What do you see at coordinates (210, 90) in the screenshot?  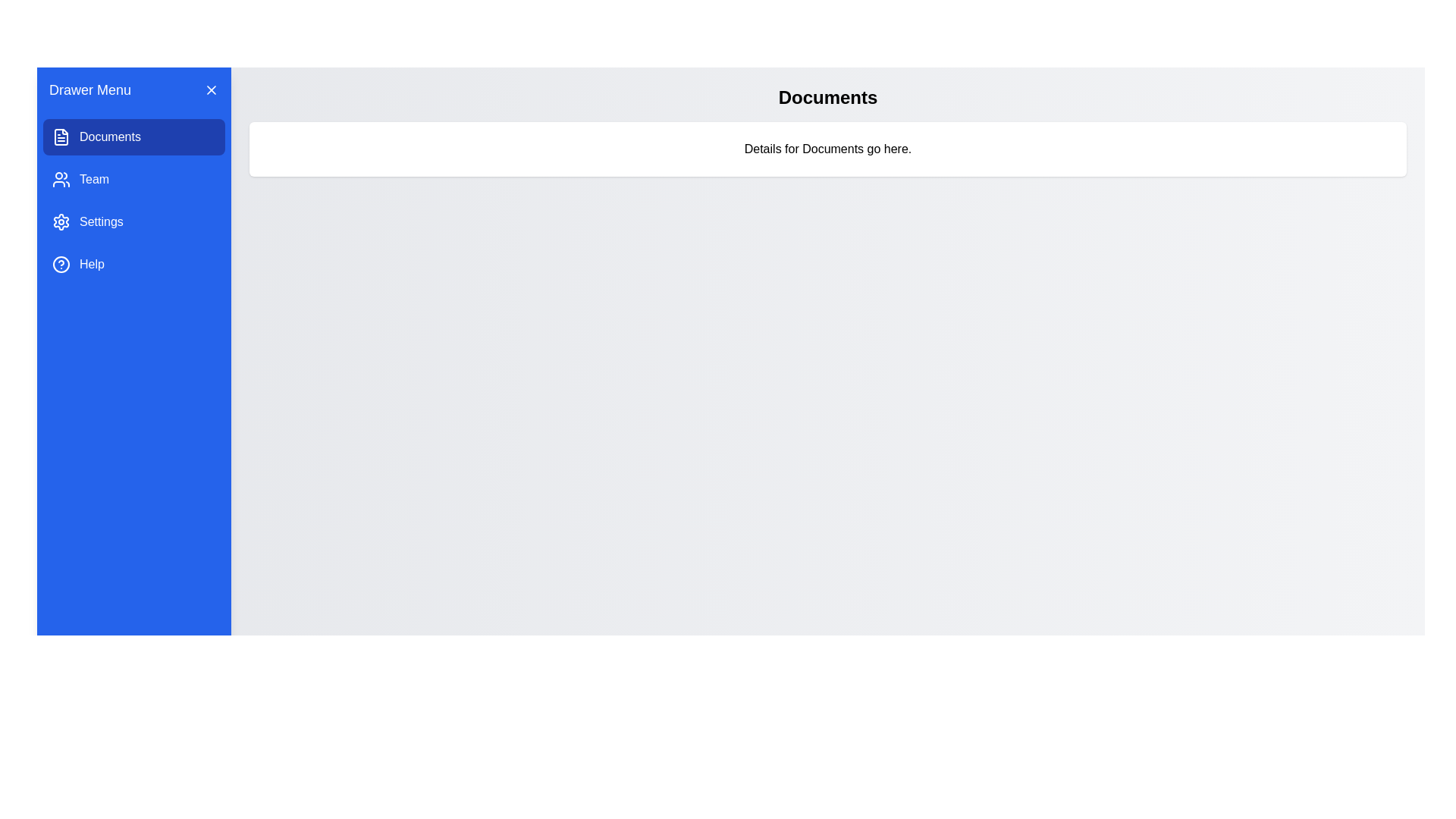 I see `the 'X' button to close the drawer` at bounding box center [210, 90].